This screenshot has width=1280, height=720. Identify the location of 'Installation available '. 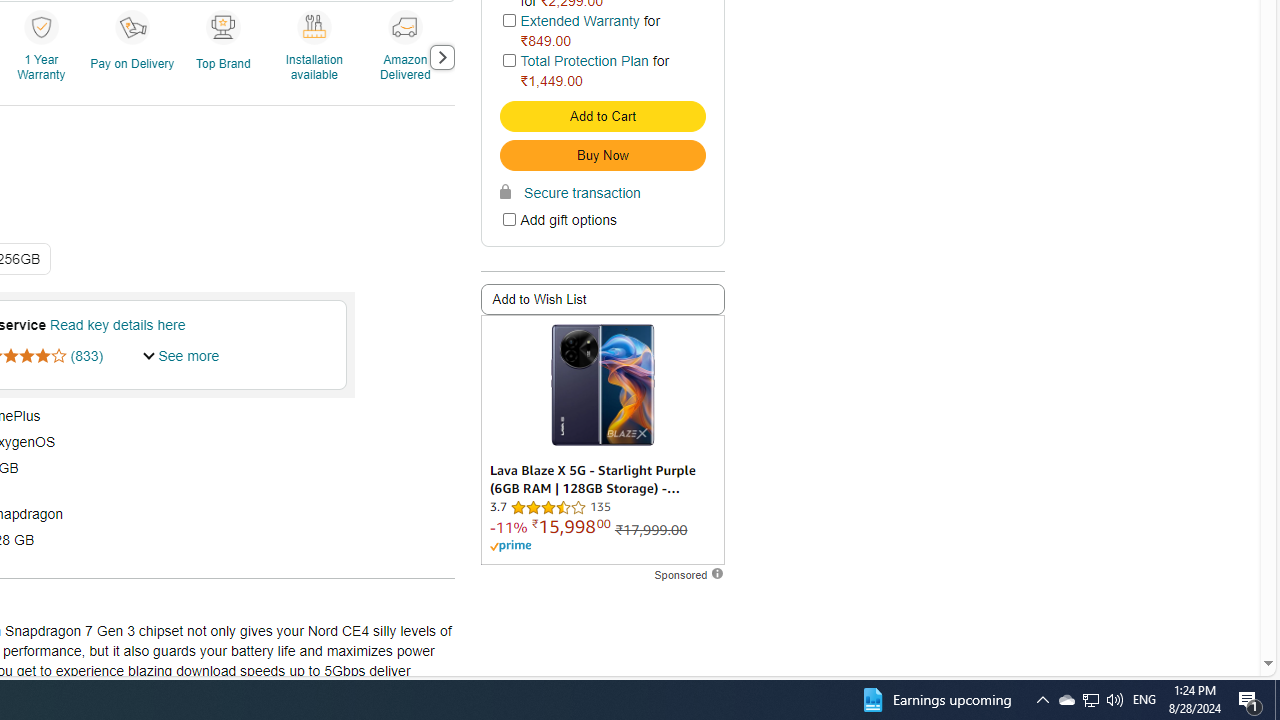
(312, 26).